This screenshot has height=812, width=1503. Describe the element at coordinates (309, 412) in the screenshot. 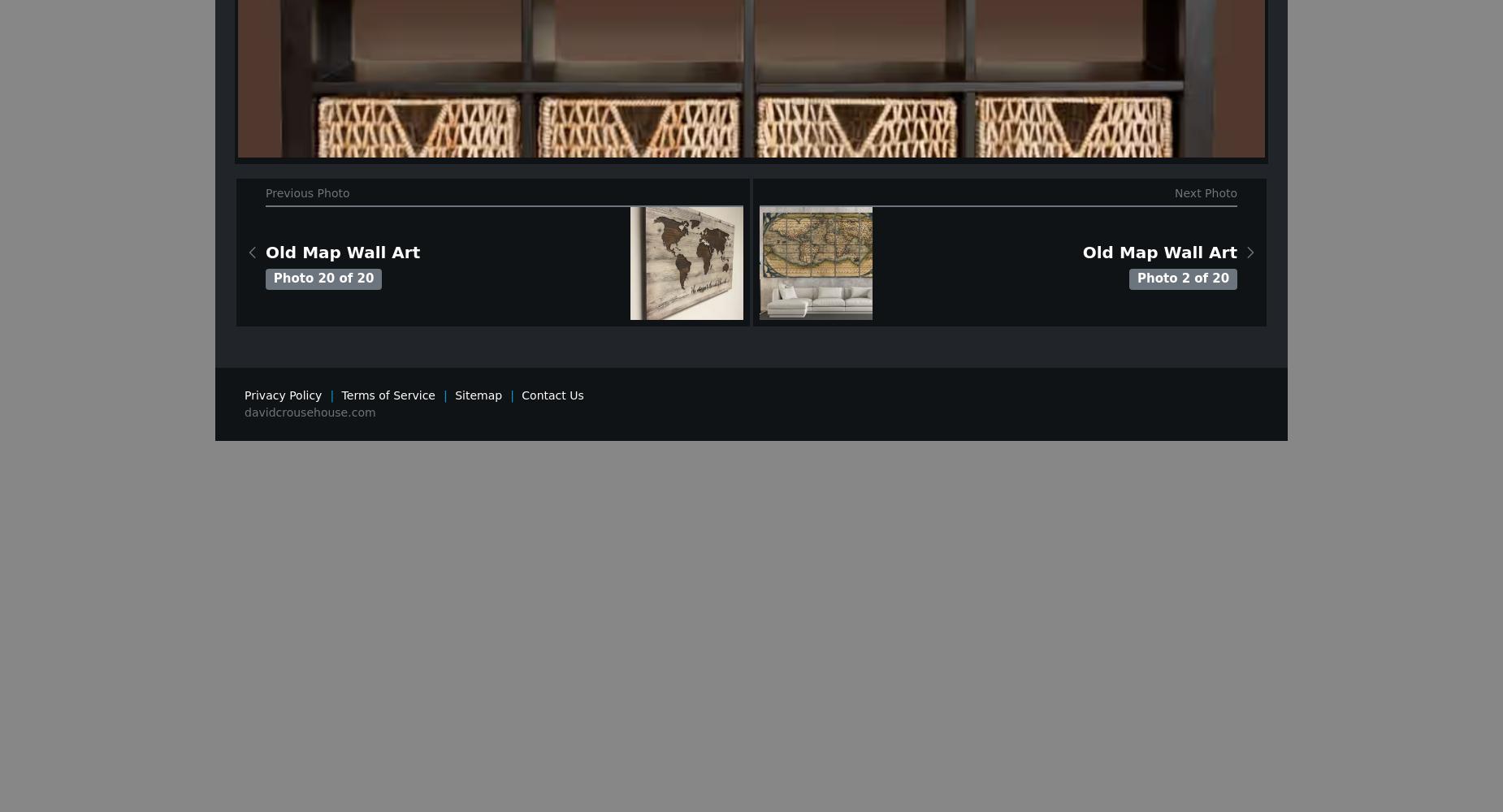

I see `'davidcrousehouse.com'` at that location.